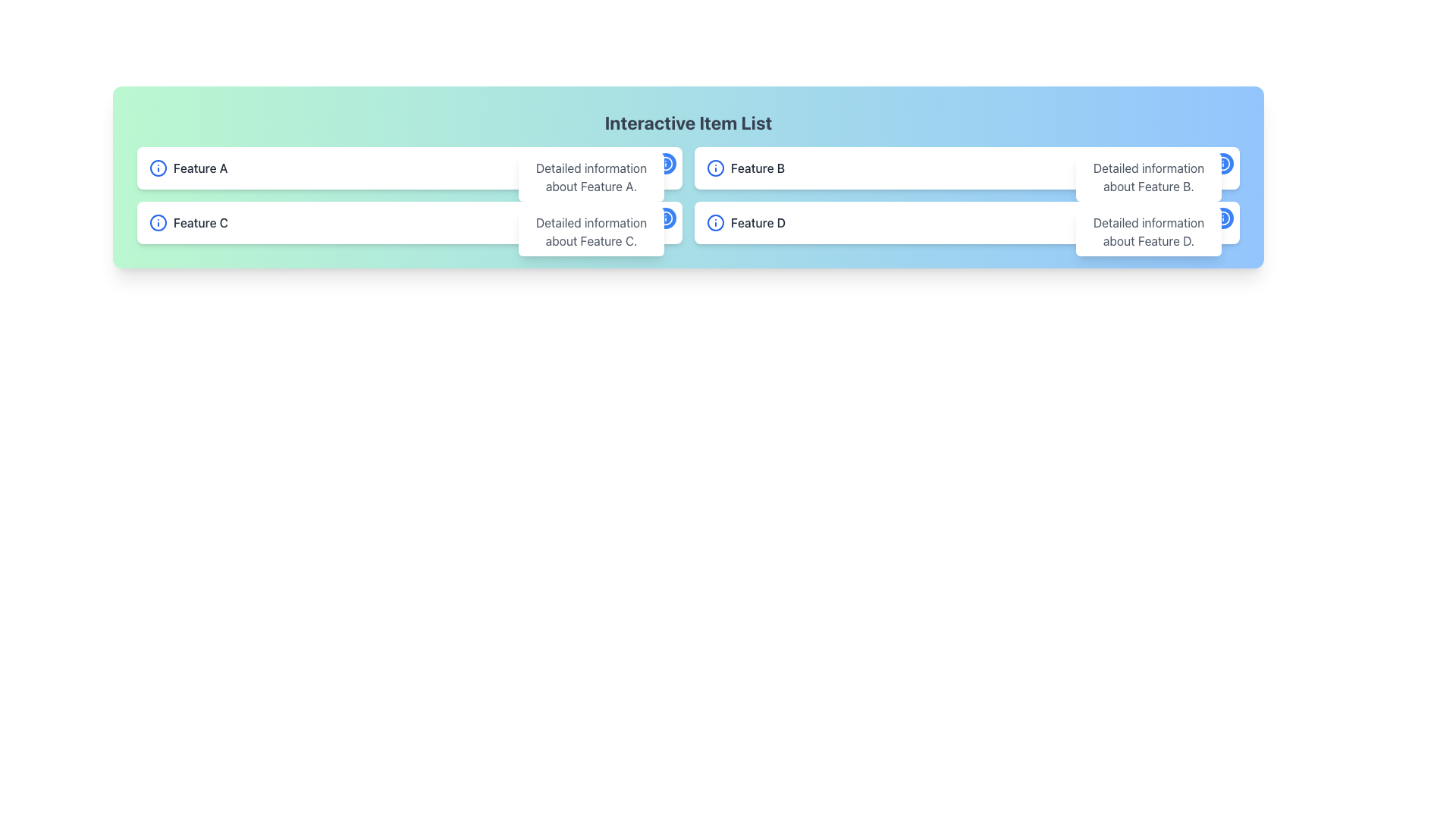 The image size is (1456, 819). I want to click on the informational icon button located at the bottom-right of the list, adjacent to the 'Detailed information about Feature D' text area, so click(1222, 218).